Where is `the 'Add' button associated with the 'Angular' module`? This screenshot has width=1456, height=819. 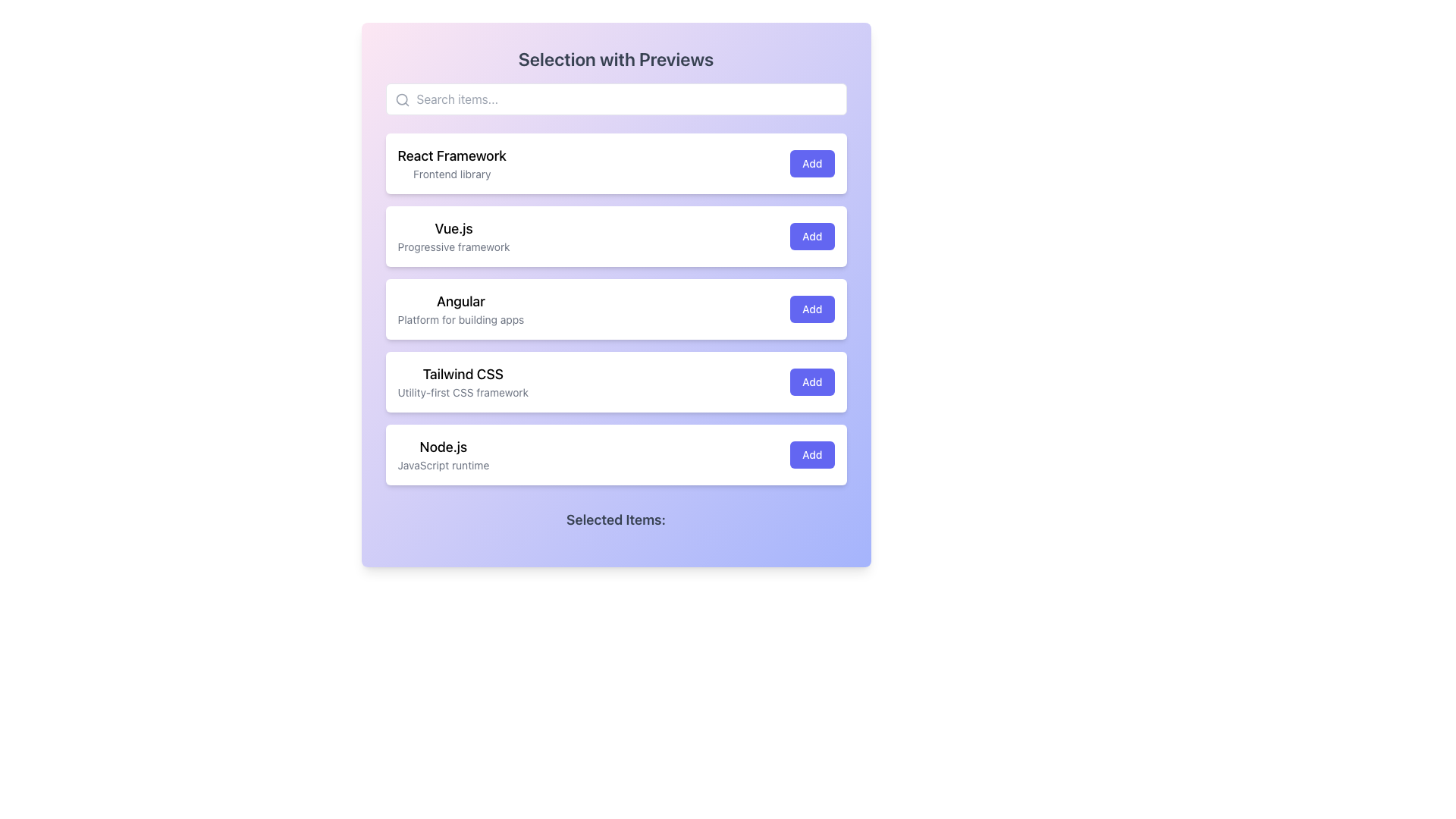 the 'Add' button associated with the 'Angular' module is located at coordinates (811, 309).